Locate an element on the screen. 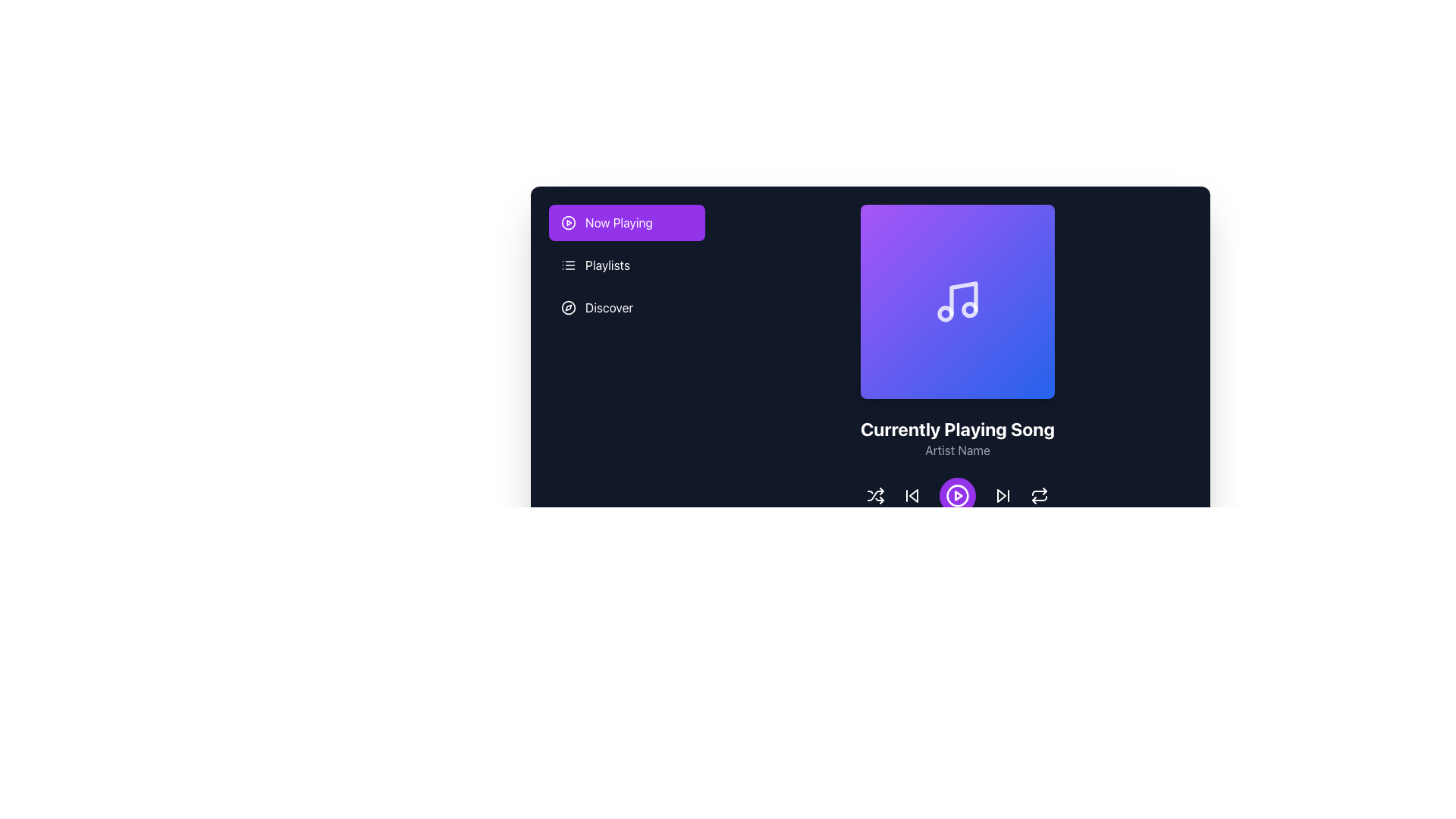  the navigation button located at the top of the vertical list is located at coordinates (626, 222).